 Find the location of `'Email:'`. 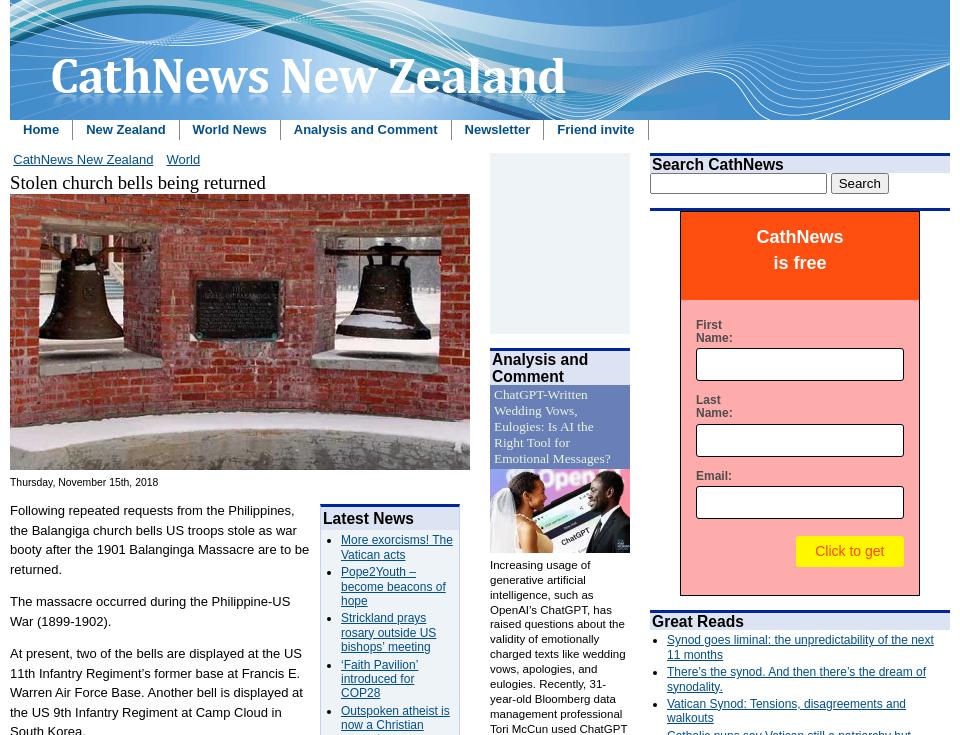

'Email:' is located at coordinates (713, 475).